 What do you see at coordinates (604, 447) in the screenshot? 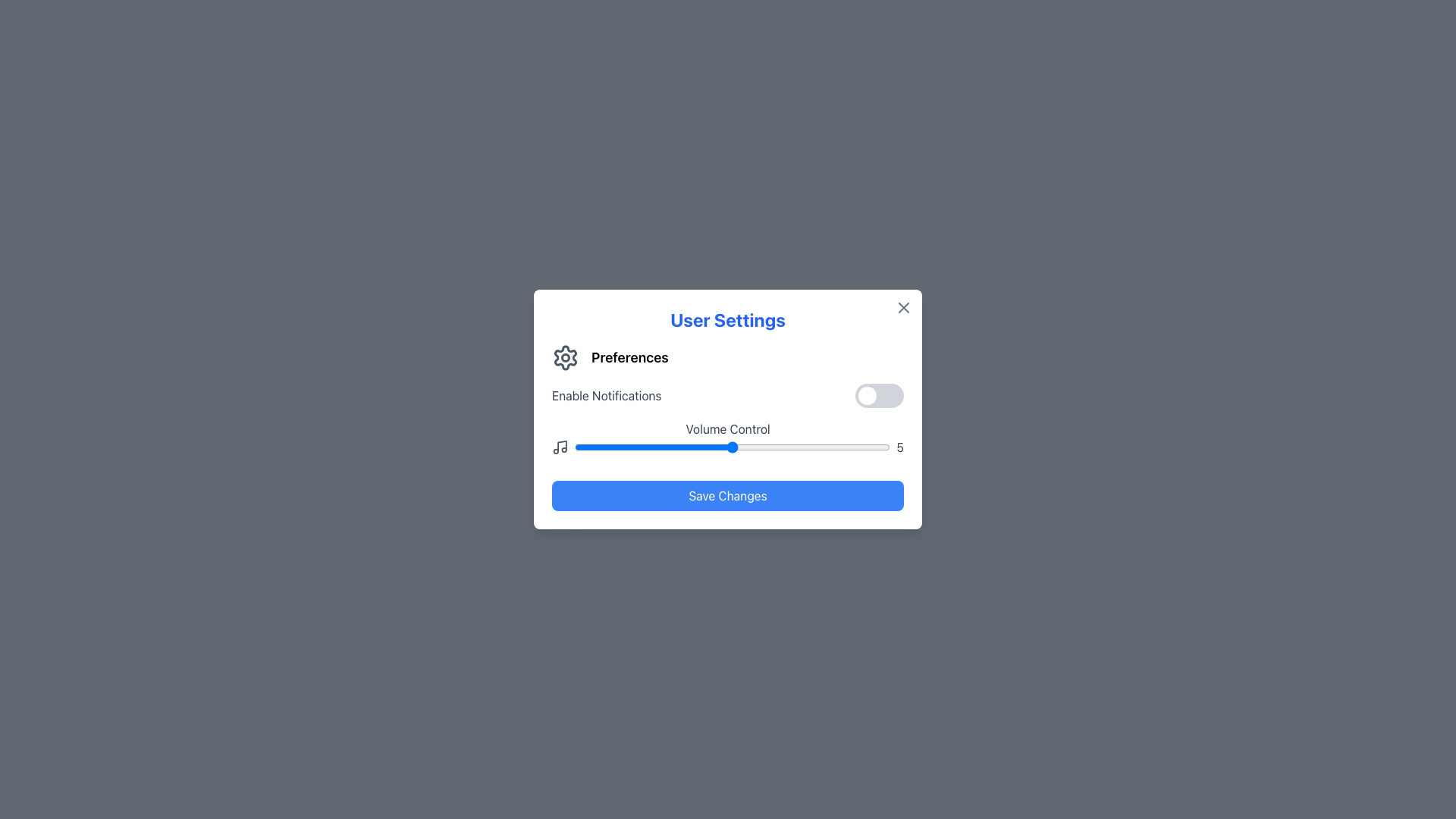
I see `the volume` at bounding box center [604, 447].